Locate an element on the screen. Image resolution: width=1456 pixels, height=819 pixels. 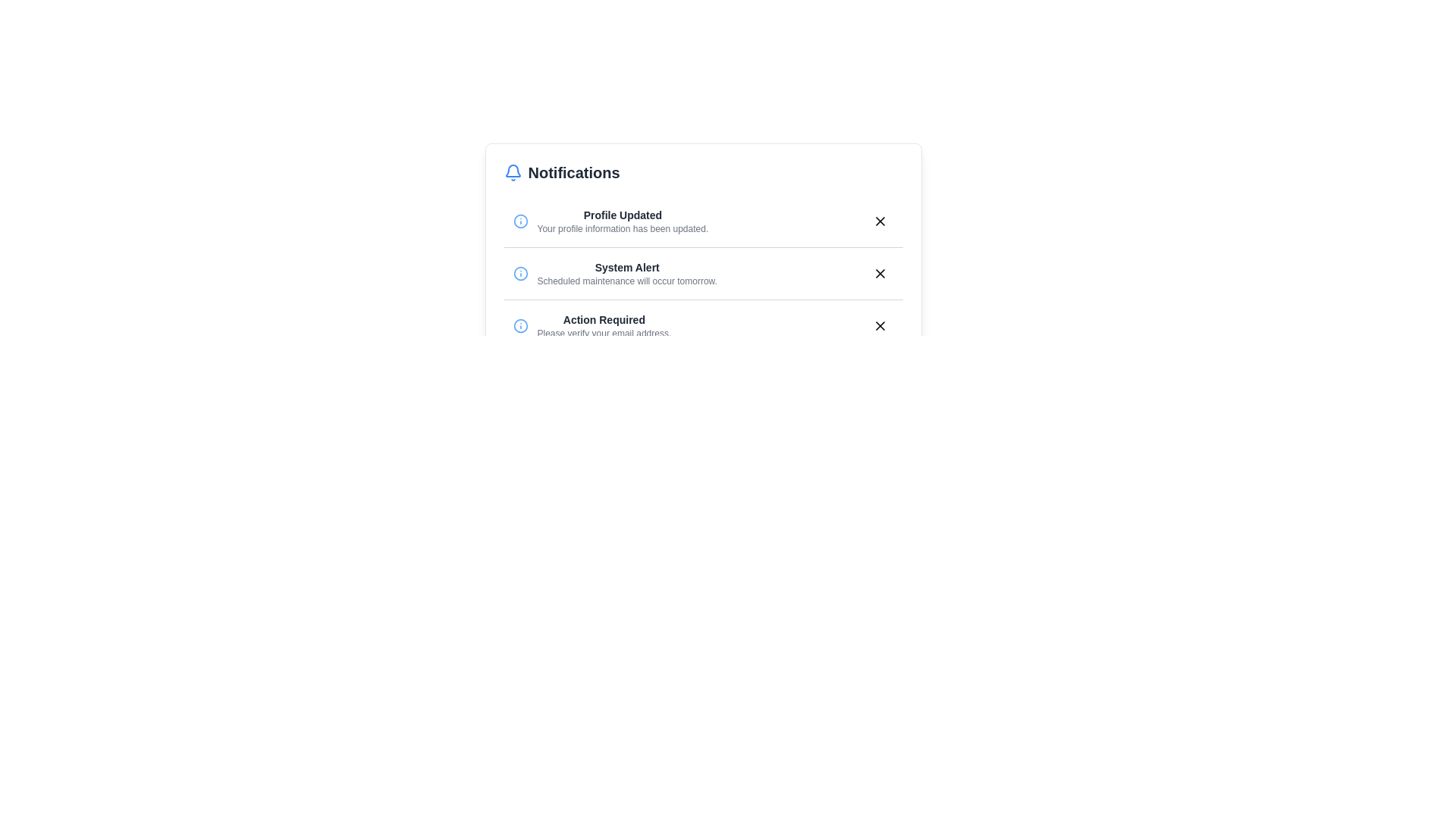
the static text label element located beneath the 'Profile Updated' text within the notification card is located at coordinates (623, 228).